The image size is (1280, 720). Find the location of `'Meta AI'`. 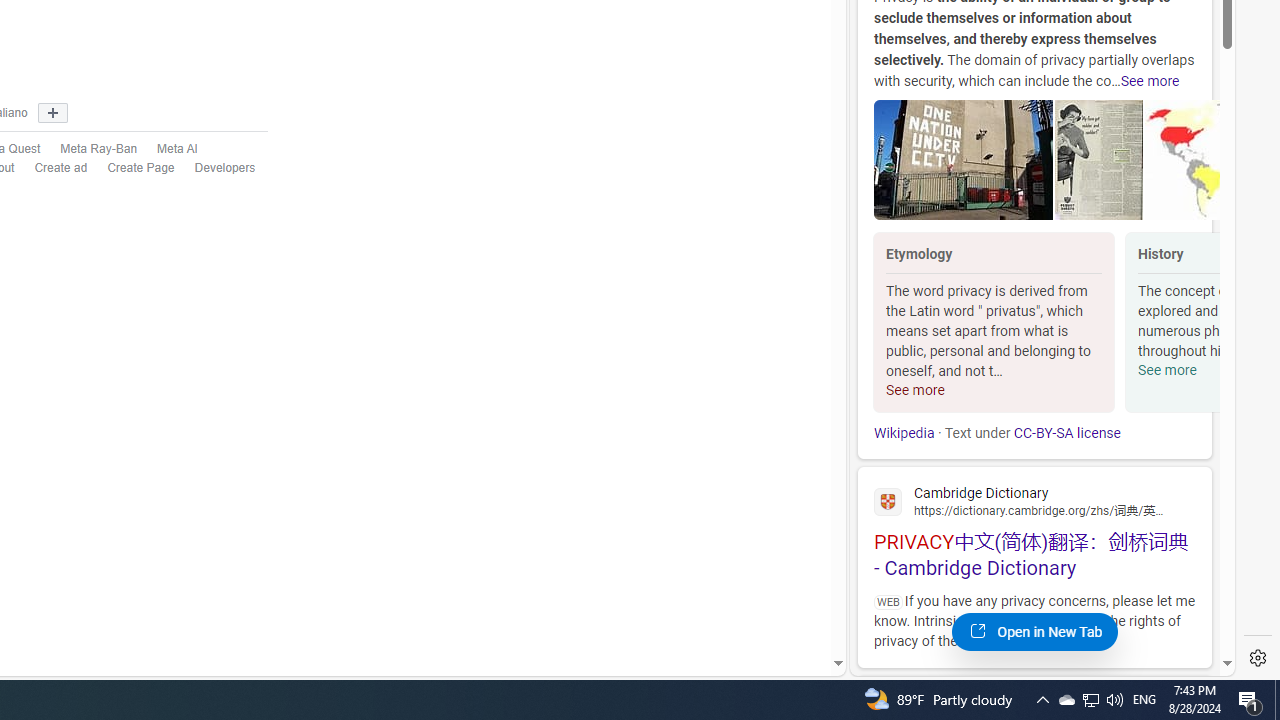

'Meta AI' is located at coordinates (167, 148).